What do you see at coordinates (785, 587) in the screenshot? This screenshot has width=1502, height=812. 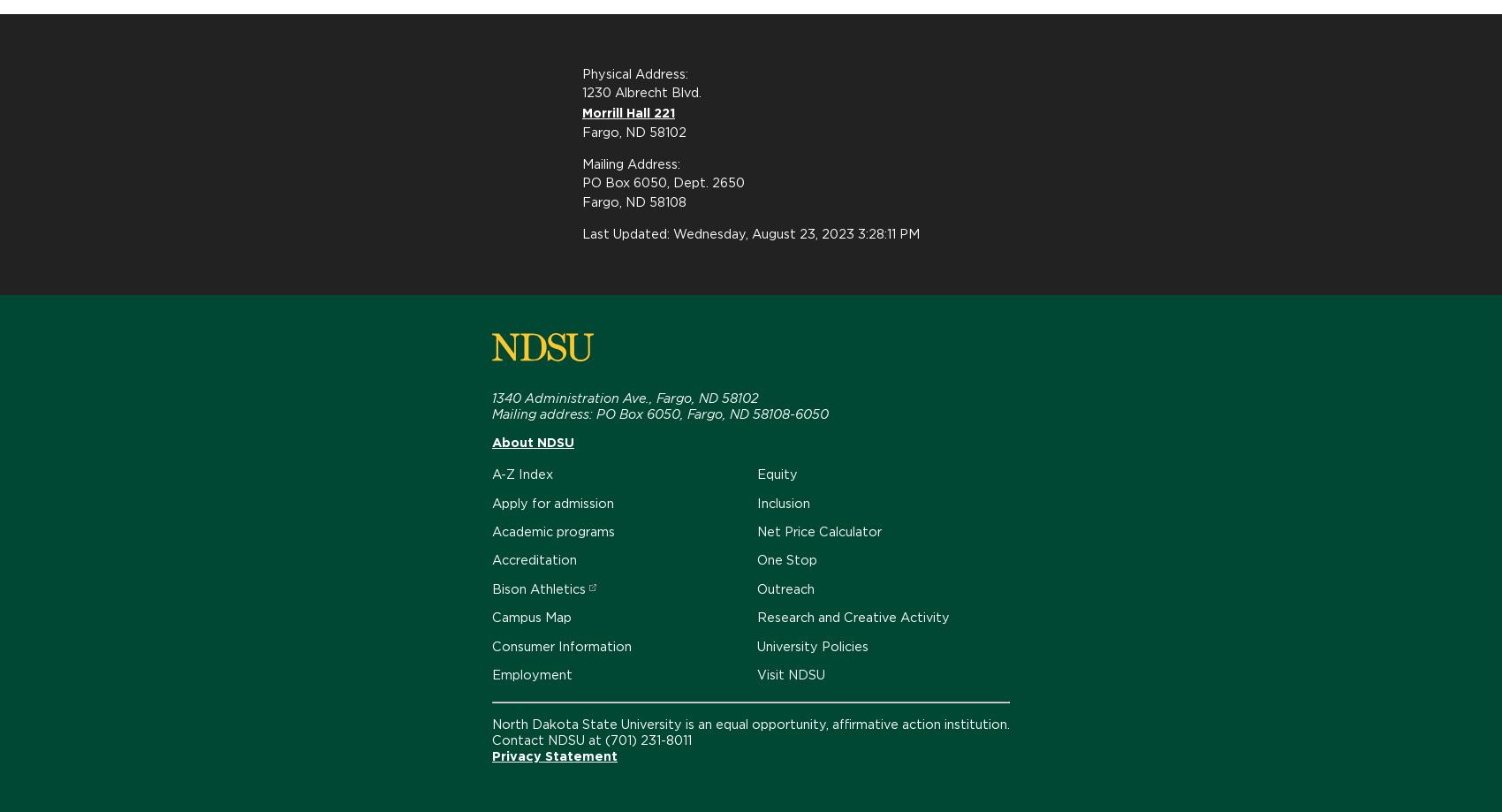 I see `'Outreach'` at bounding box center [785, 587].